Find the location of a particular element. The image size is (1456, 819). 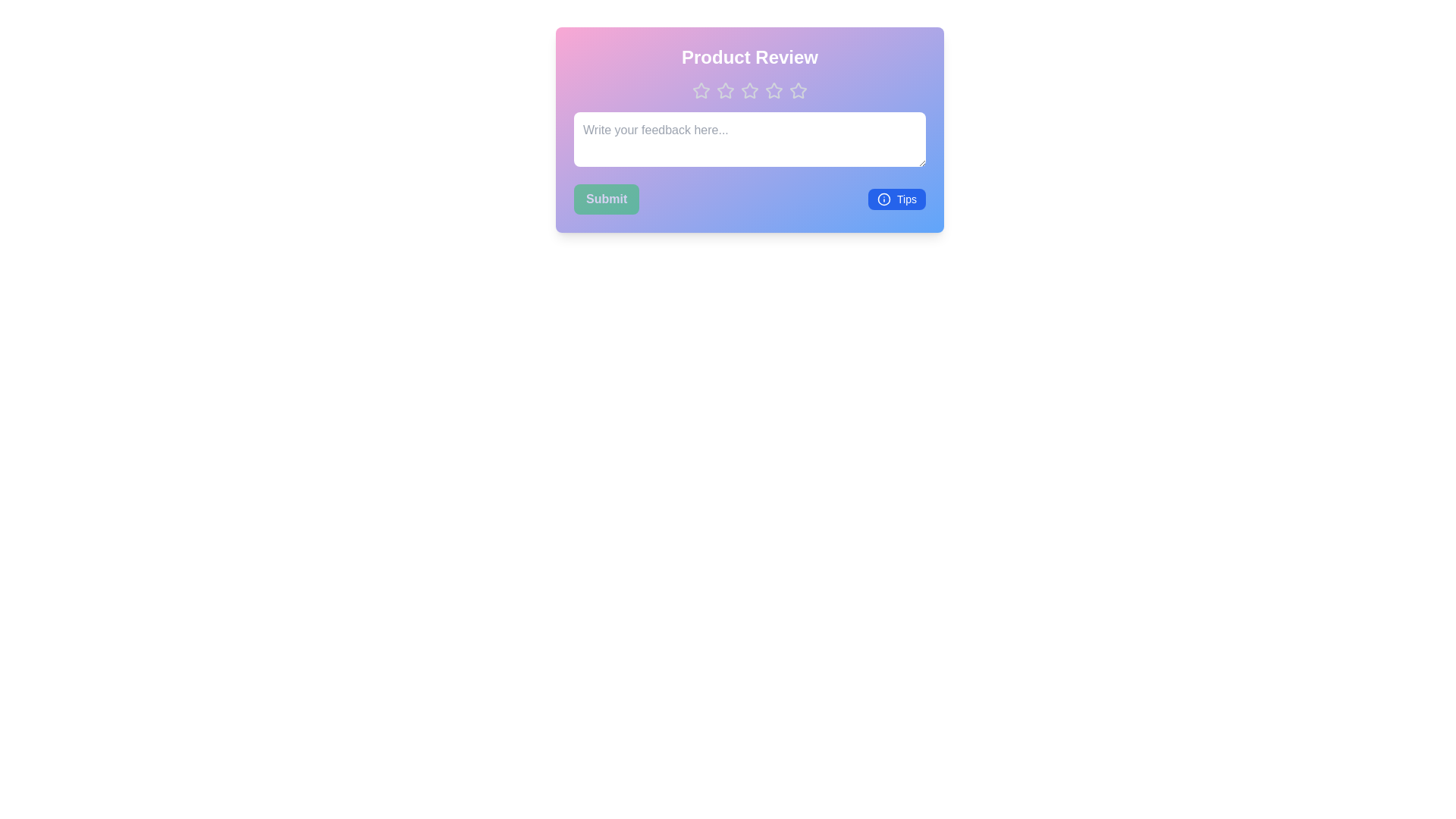

the 'Tips' button to view tips is located at coordinates (896, 198).